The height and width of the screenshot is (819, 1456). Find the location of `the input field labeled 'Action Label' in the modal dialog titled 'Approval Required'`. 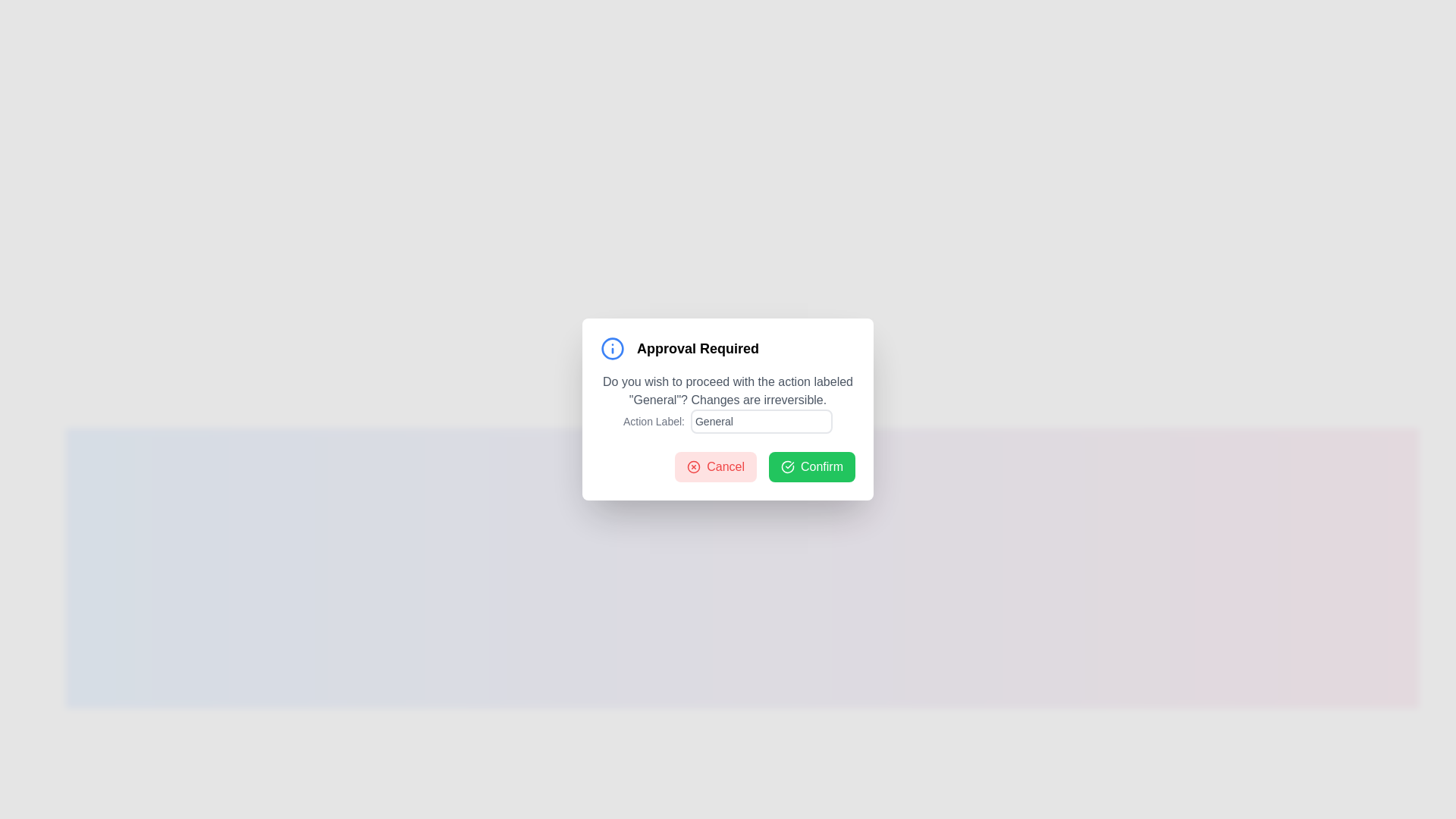

the input field labeled 'Action Label' in the modal dialog titled 'Approval Required' is located at coordinates (728, 409).